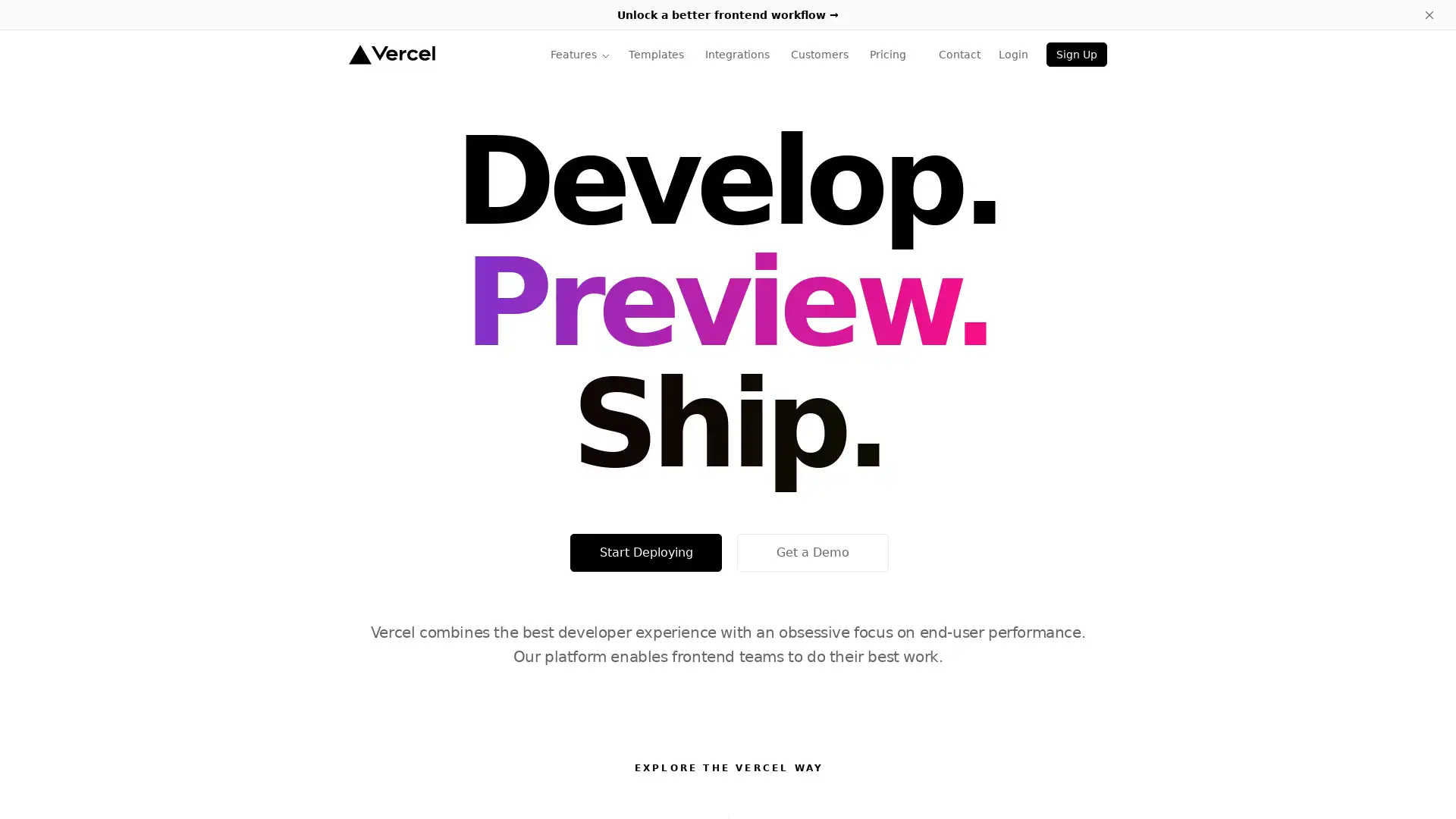 The width and height of the screenshot is (1456, 819). I want to click on Sign Up, so click(1076, 54).